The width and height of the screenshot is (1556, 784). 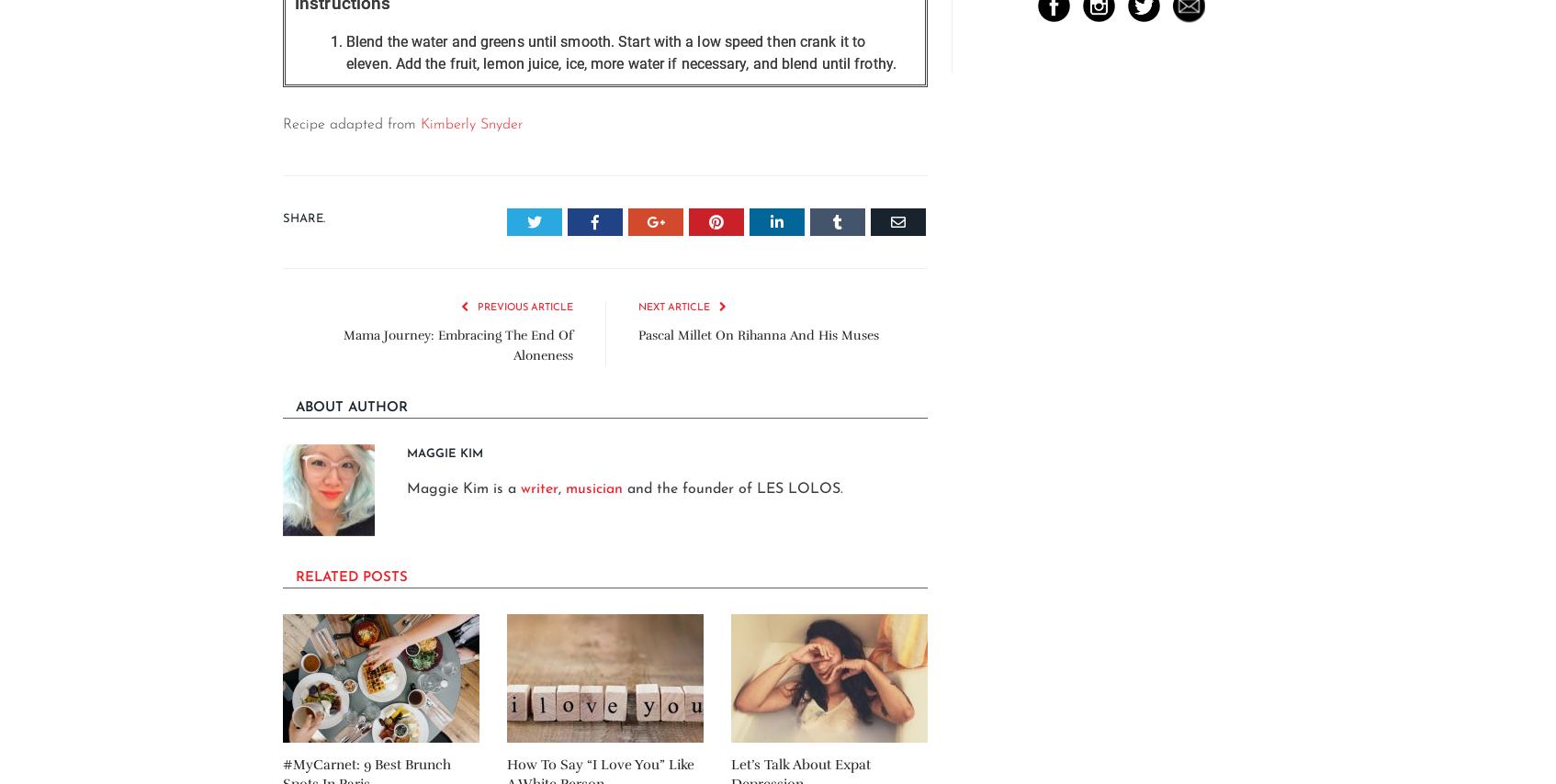 I want to click on 'Mama Journey: Embracing The End Of Aloneness', so click(x=457, y=343).